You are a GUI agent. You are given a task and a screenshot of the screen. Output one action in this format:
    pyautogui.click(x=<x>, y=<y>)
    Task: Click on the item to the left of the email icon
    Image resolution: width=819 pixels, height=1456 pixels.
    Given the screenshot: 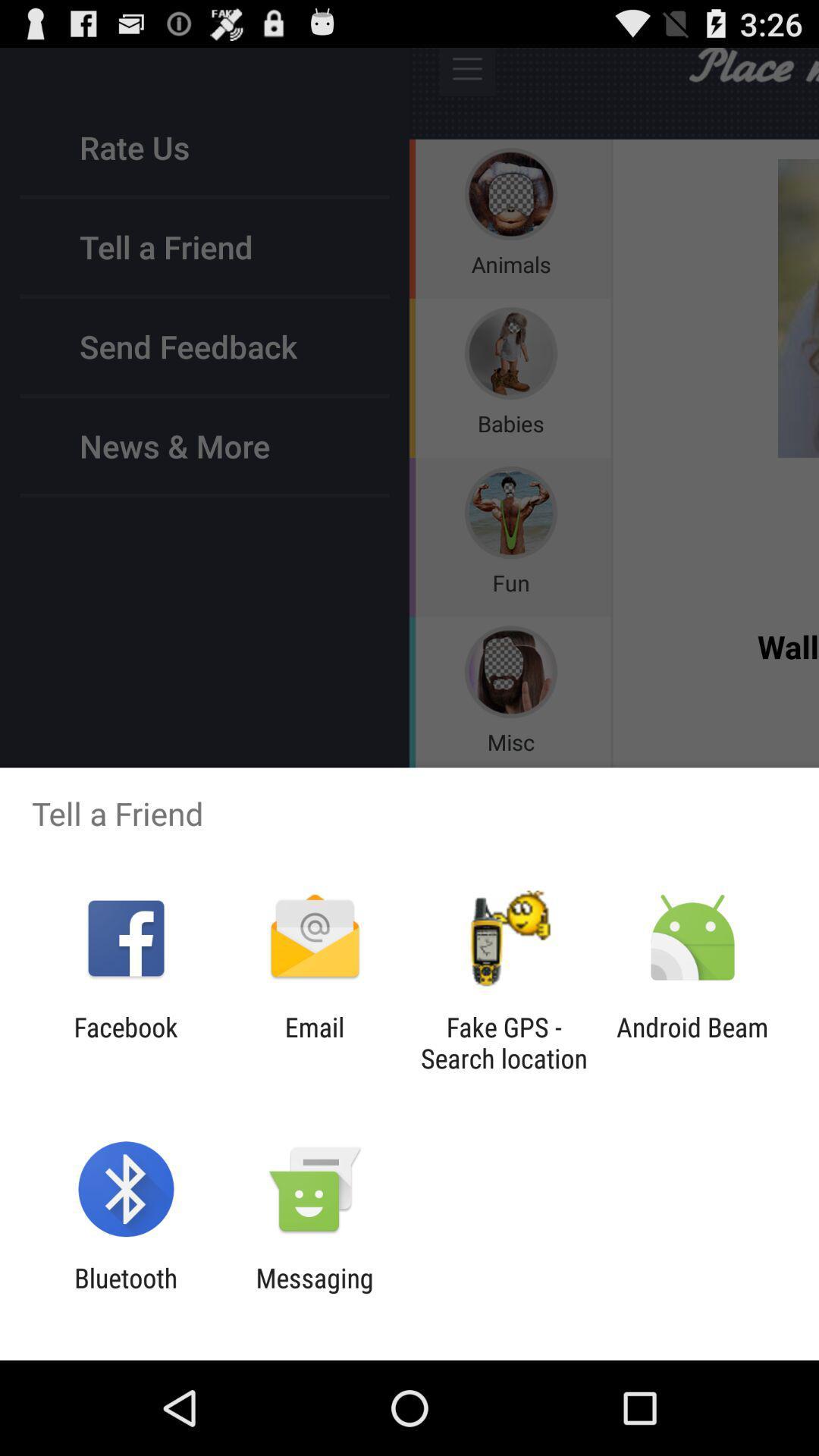 What is the action you would take?
    pyautogui.click(x=125, y=1042)
    